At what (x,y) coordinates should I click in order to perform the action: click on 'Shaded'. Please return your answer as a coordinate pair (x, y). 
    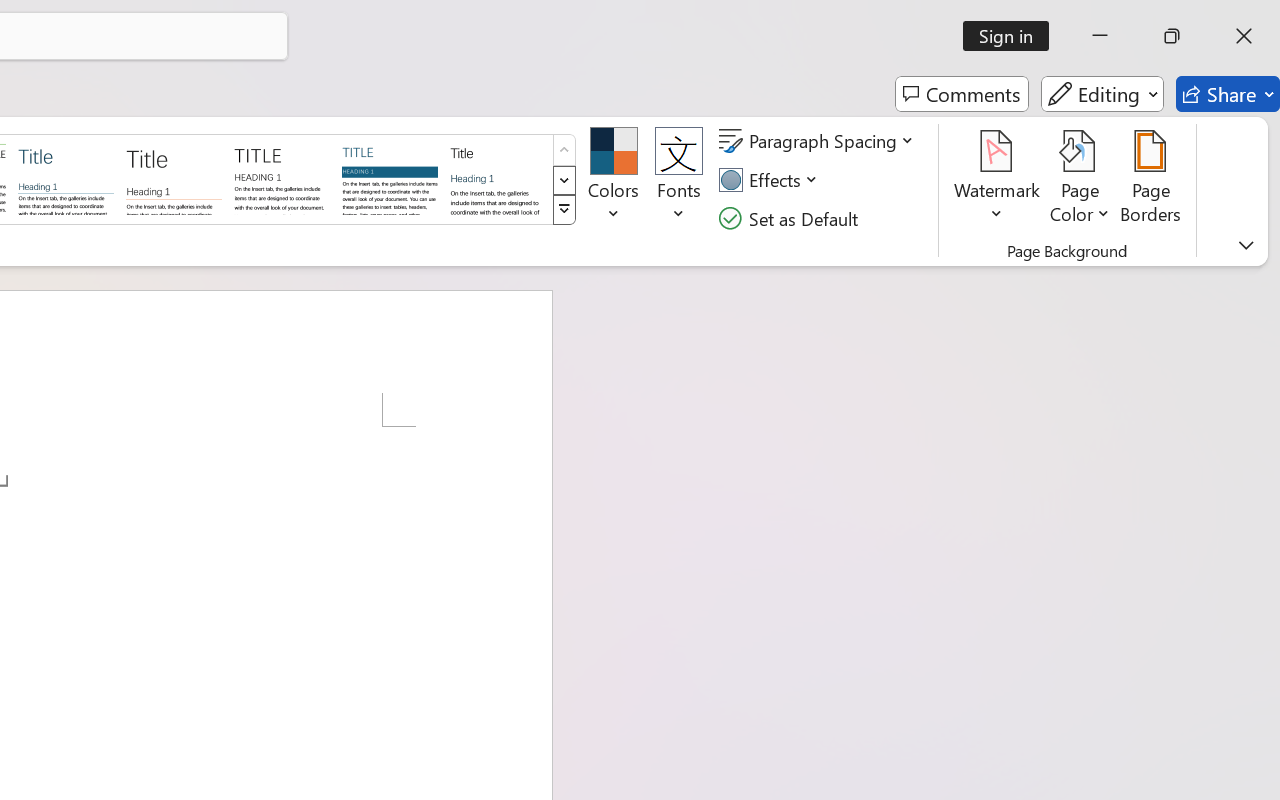
    Looking at the image, I should click on (389, 177).